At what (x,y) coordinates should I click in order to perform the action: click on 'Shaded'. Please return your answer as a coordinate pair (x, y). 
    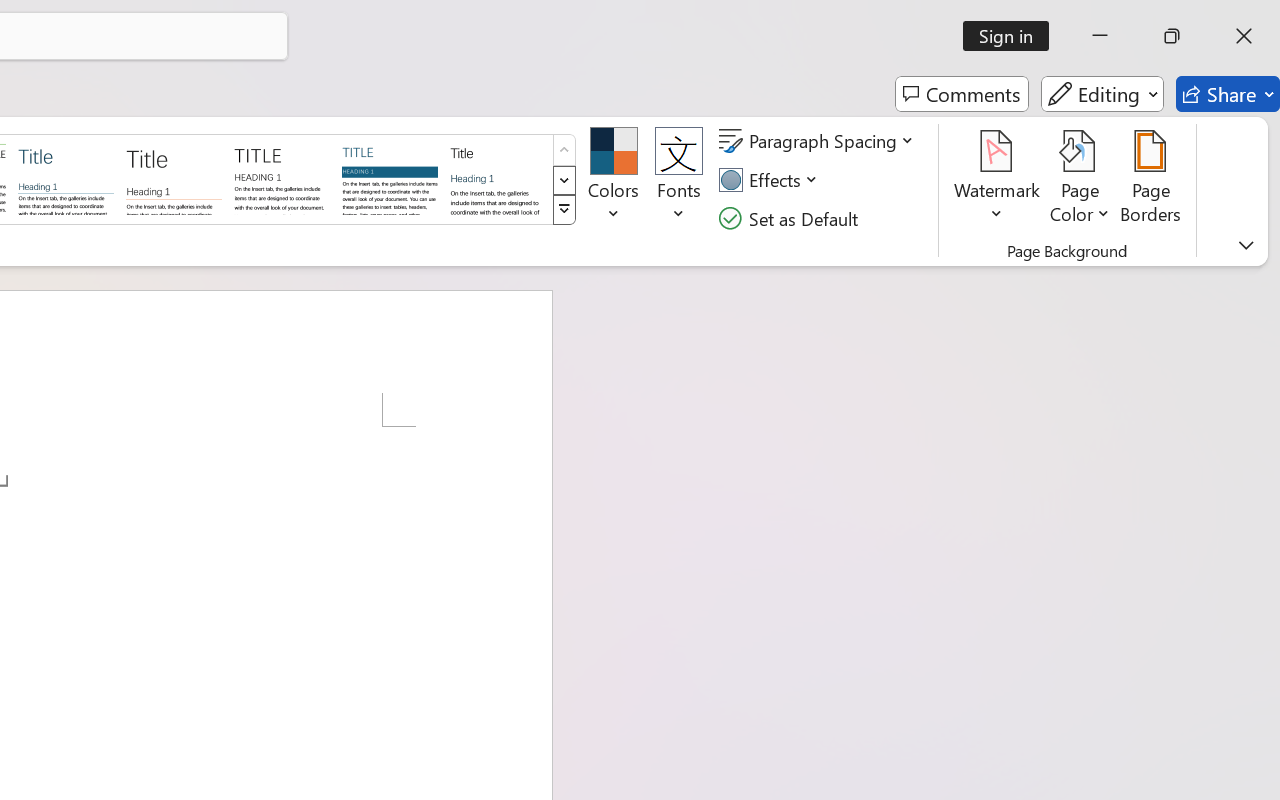
    Looking at the image, I should click on (389, 177).